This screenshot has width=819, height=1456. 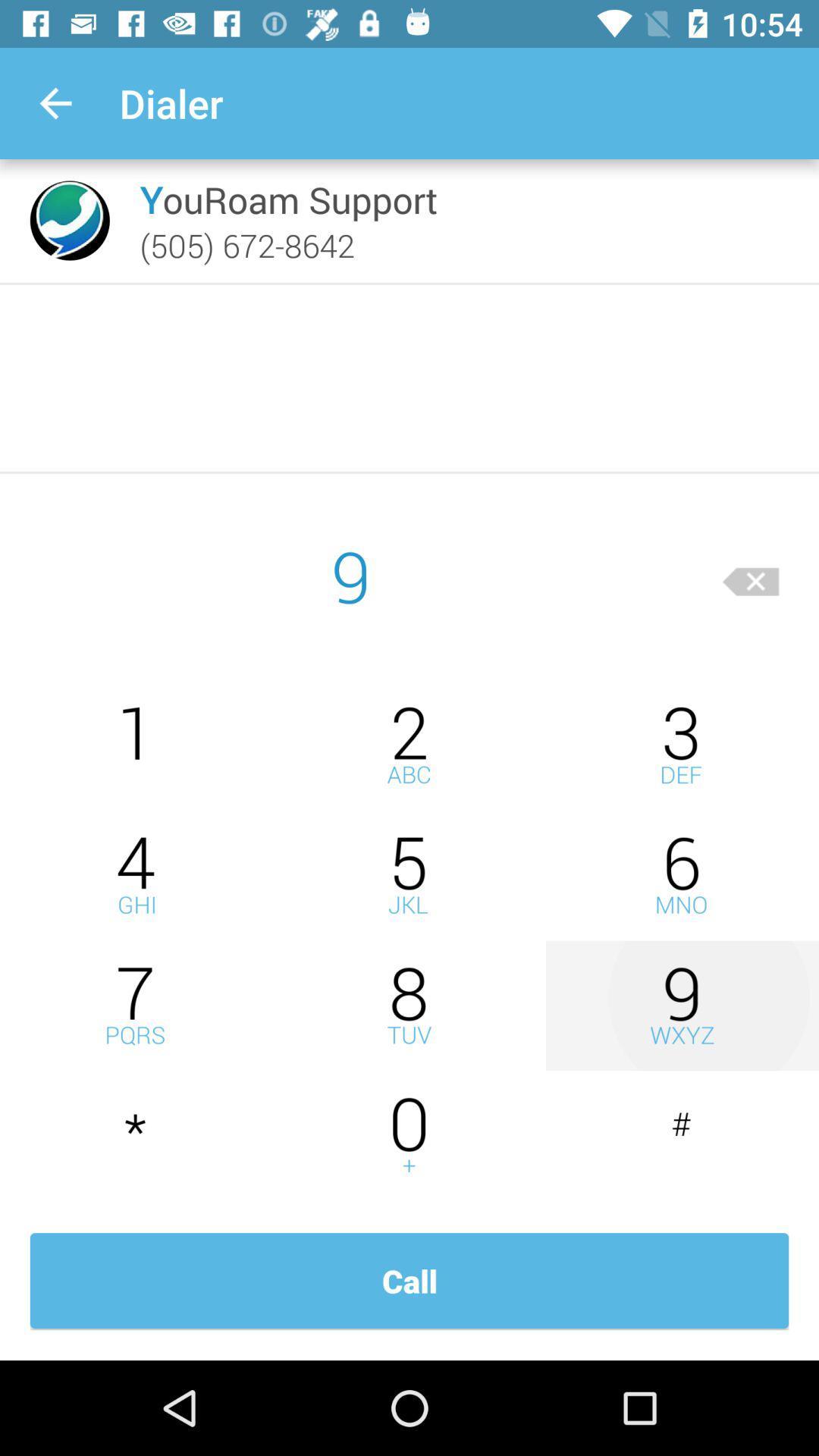 I want to click on 5, so click(x=409, y=875).